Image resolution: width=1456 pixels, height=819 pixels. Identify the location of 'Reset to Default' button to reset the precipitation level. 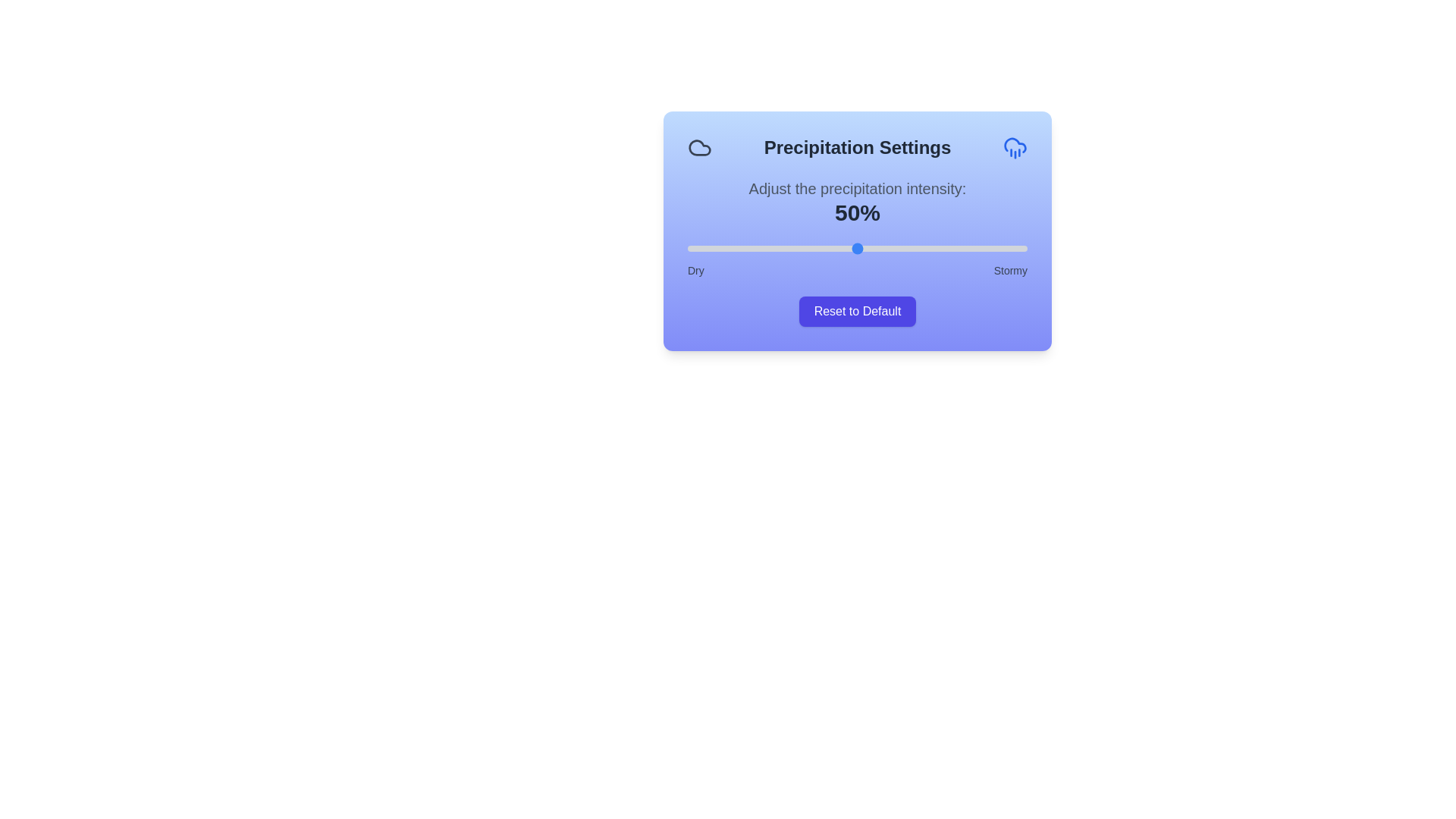
(858, 311).